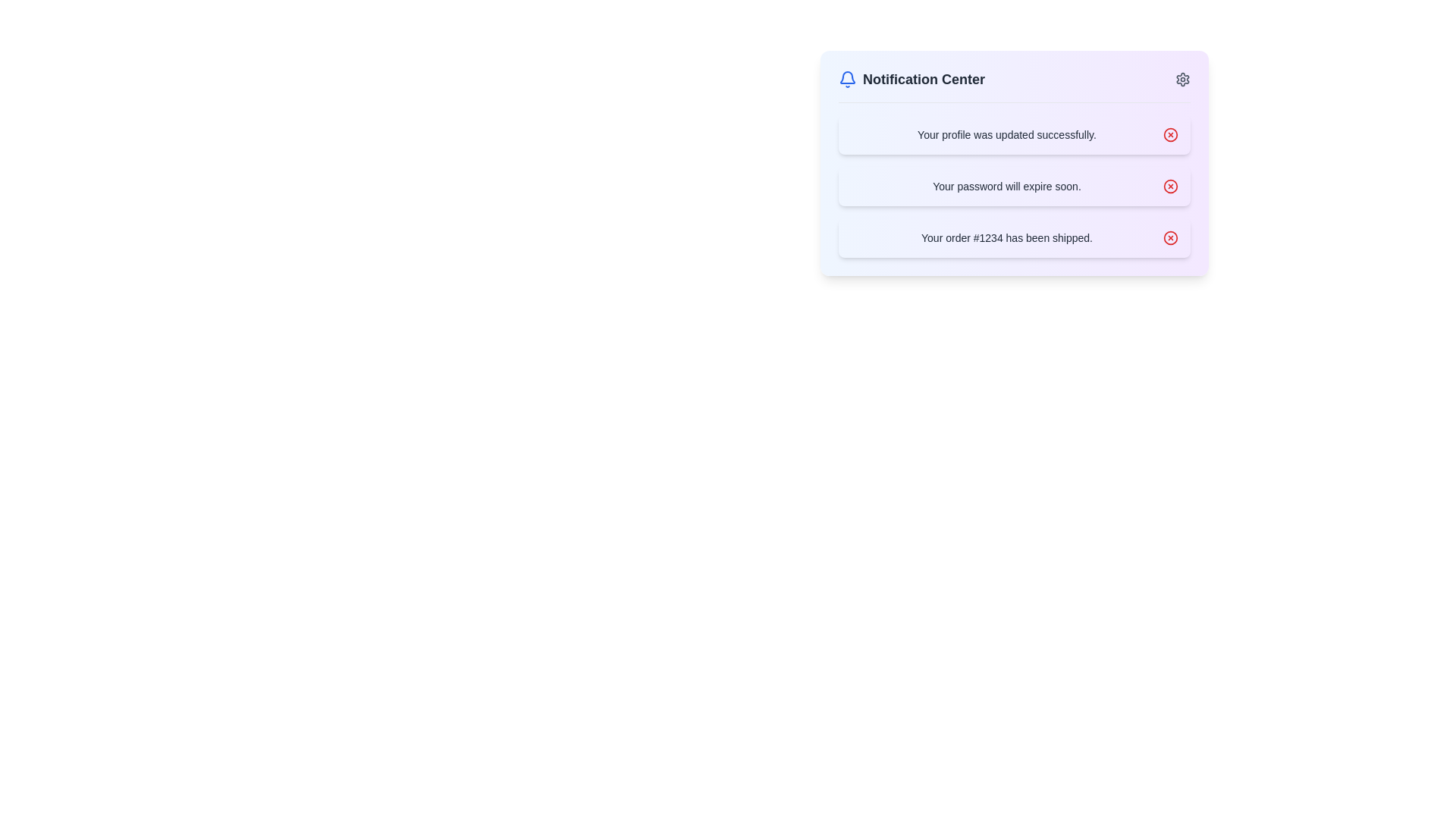 The width and height of the screenshot is (1456, 819). Describe the element at coordinates (847, 79) in the screenshot. I see `the bell icon located at the start of the header section labeled 'Notification Center'` at that location.